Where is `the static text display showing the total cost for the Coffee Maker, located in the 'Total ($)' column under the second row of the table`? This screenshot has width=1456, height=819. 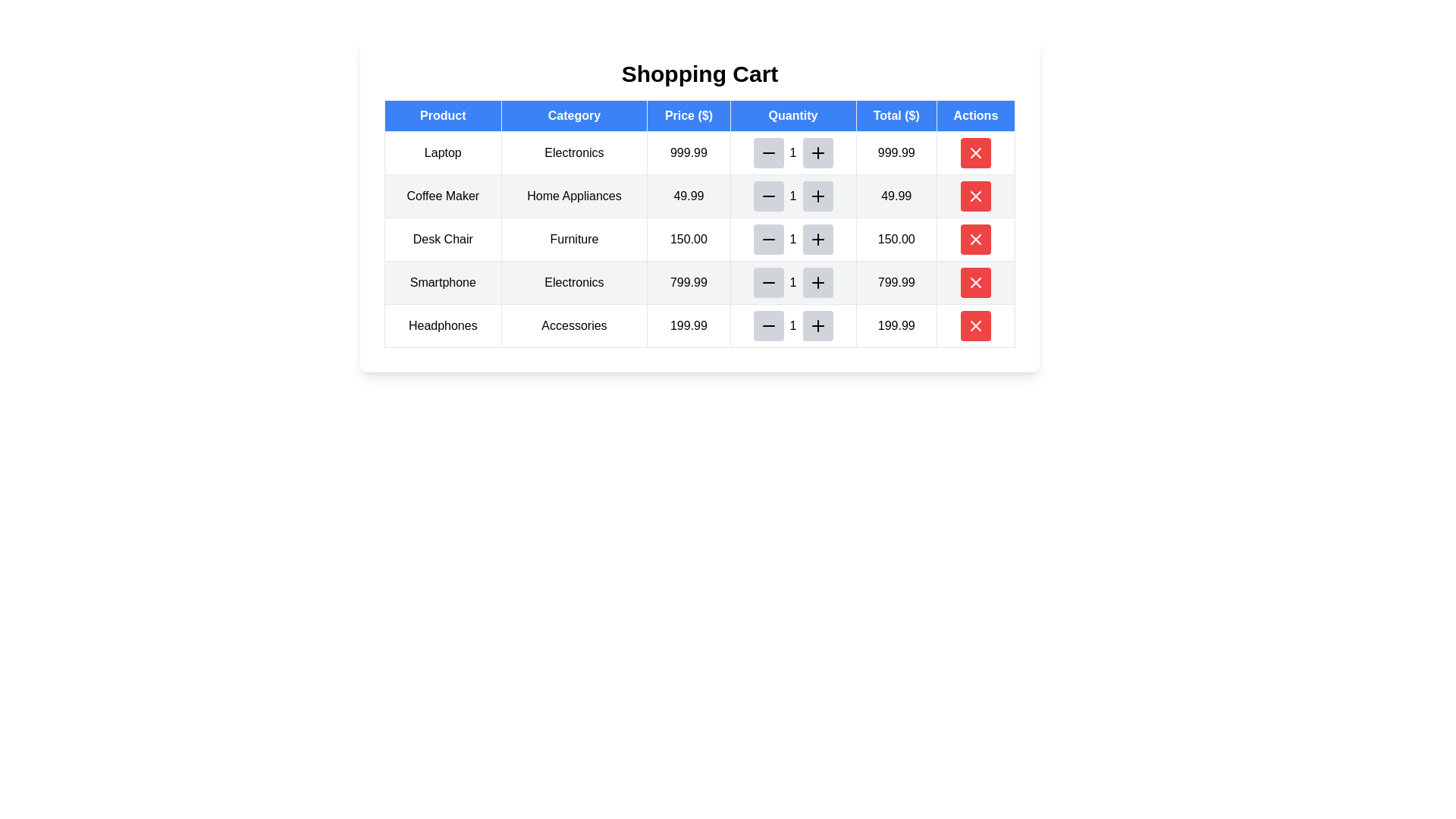 the static text display showing the total cost for the Coffee Maker, located in the 'Total ($)' column under the second row of the table is located at coordinates (896, 195).